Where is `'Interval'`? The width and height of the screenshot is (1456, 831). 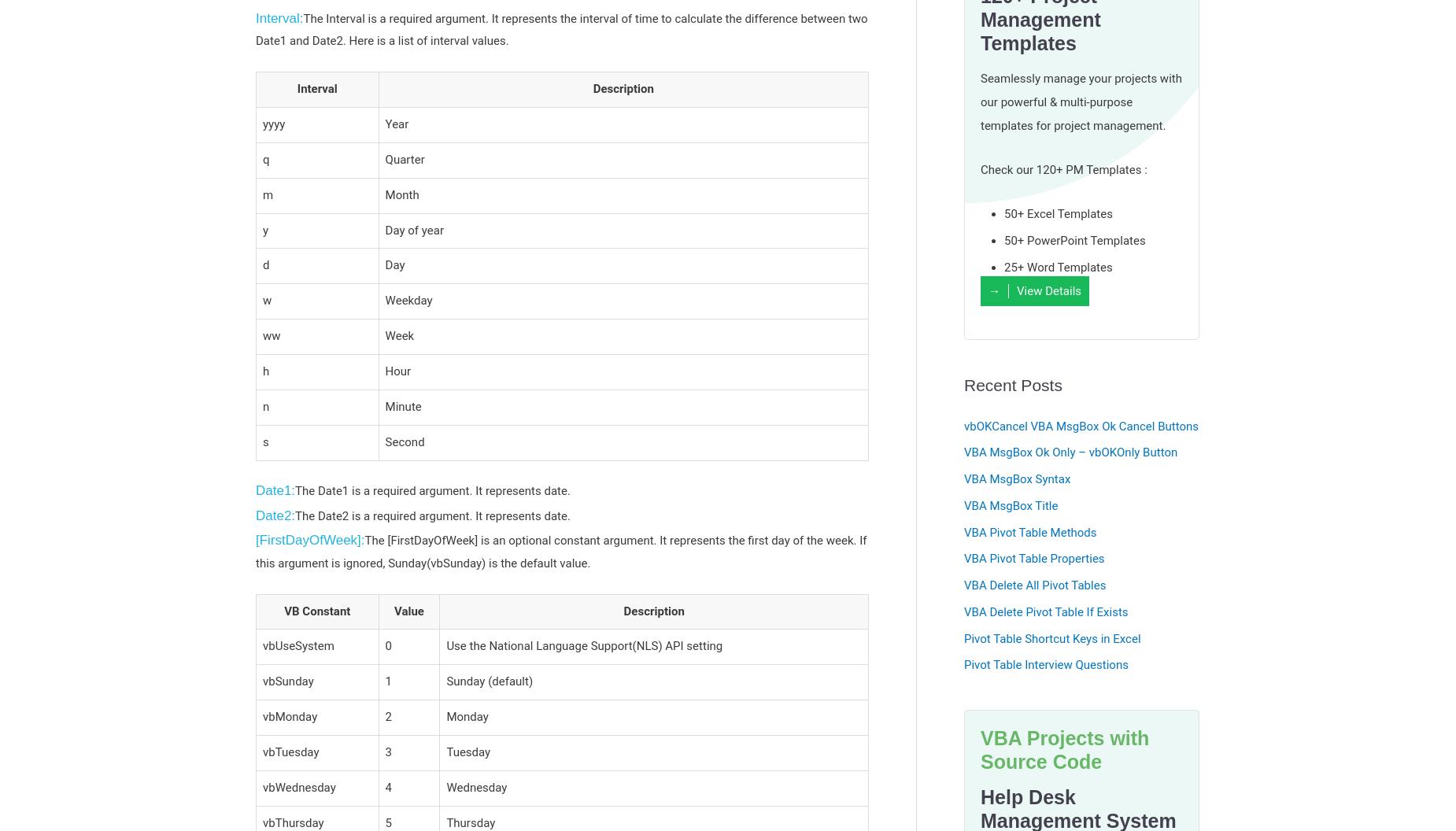
'Interval' is located at coordinates (296, 87).